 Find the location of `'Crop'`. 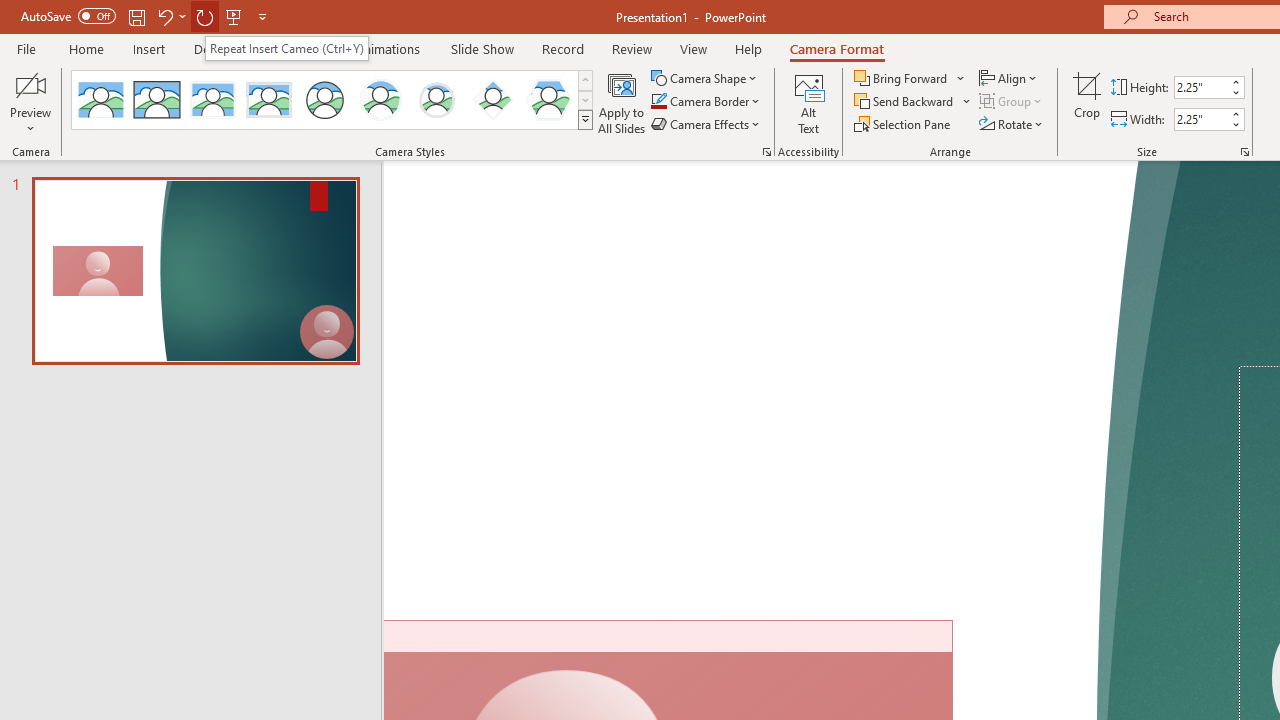

'Crop' is located at coordinates (1086, 103).